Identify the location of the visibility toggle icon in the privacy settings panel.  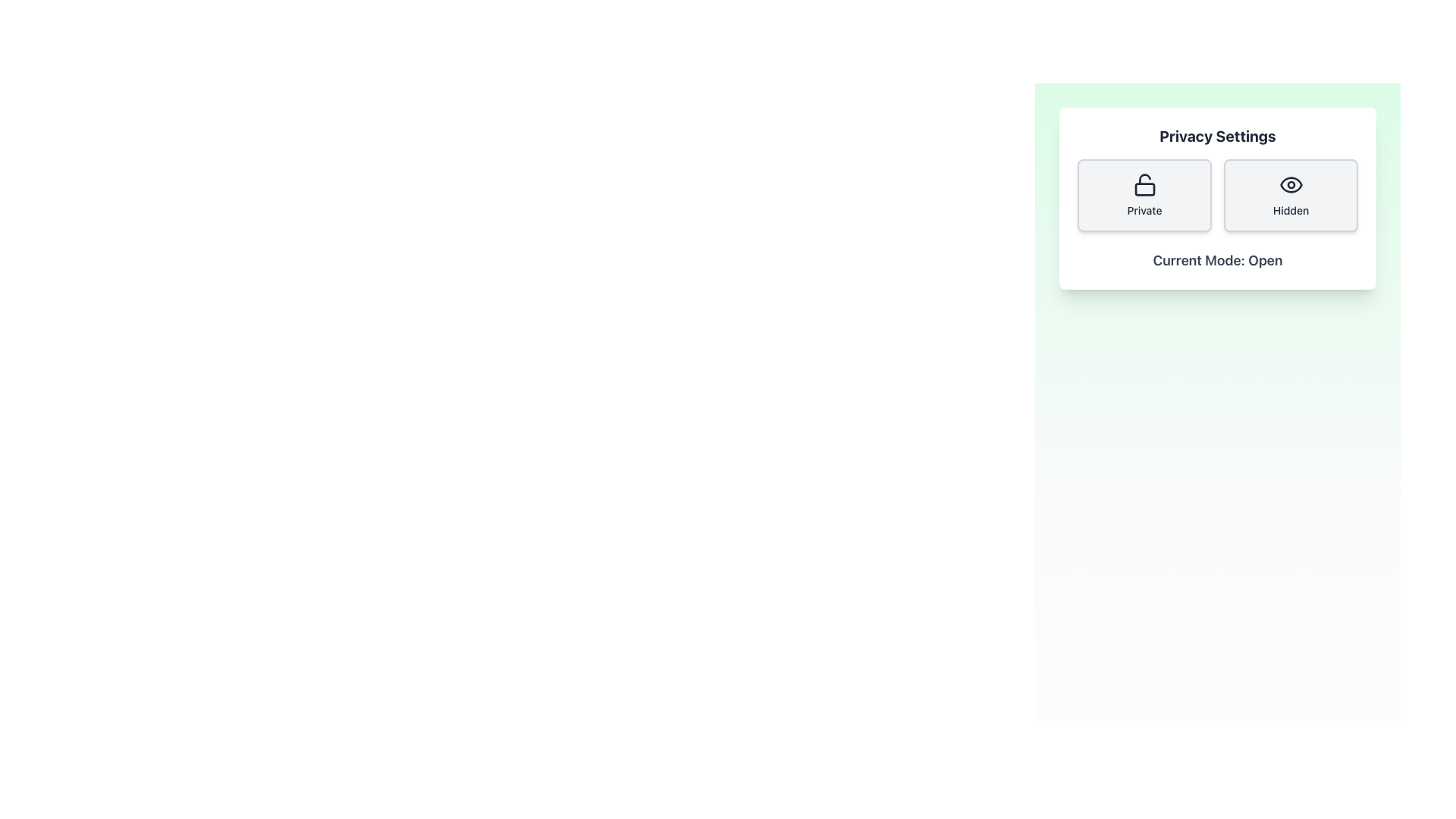
(1290, 184).